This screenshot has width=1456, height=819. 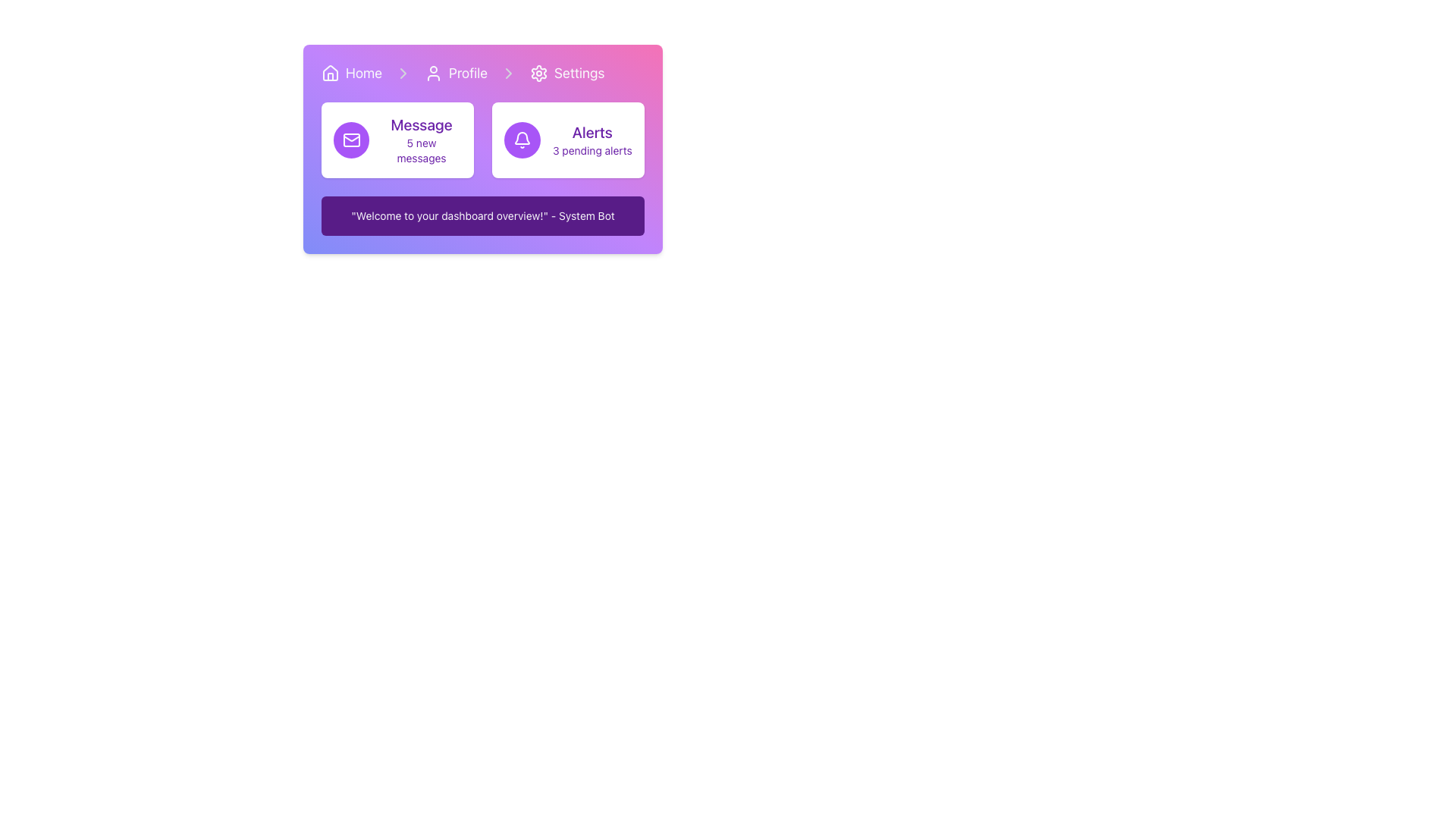 What do you see at coordinates (591, 151) in the screenshot?
I see `the static text label displaying '3 pending alerts', which is located beneath the 'Alerts' title text within the card-like section` at bounding box center [591, 151].